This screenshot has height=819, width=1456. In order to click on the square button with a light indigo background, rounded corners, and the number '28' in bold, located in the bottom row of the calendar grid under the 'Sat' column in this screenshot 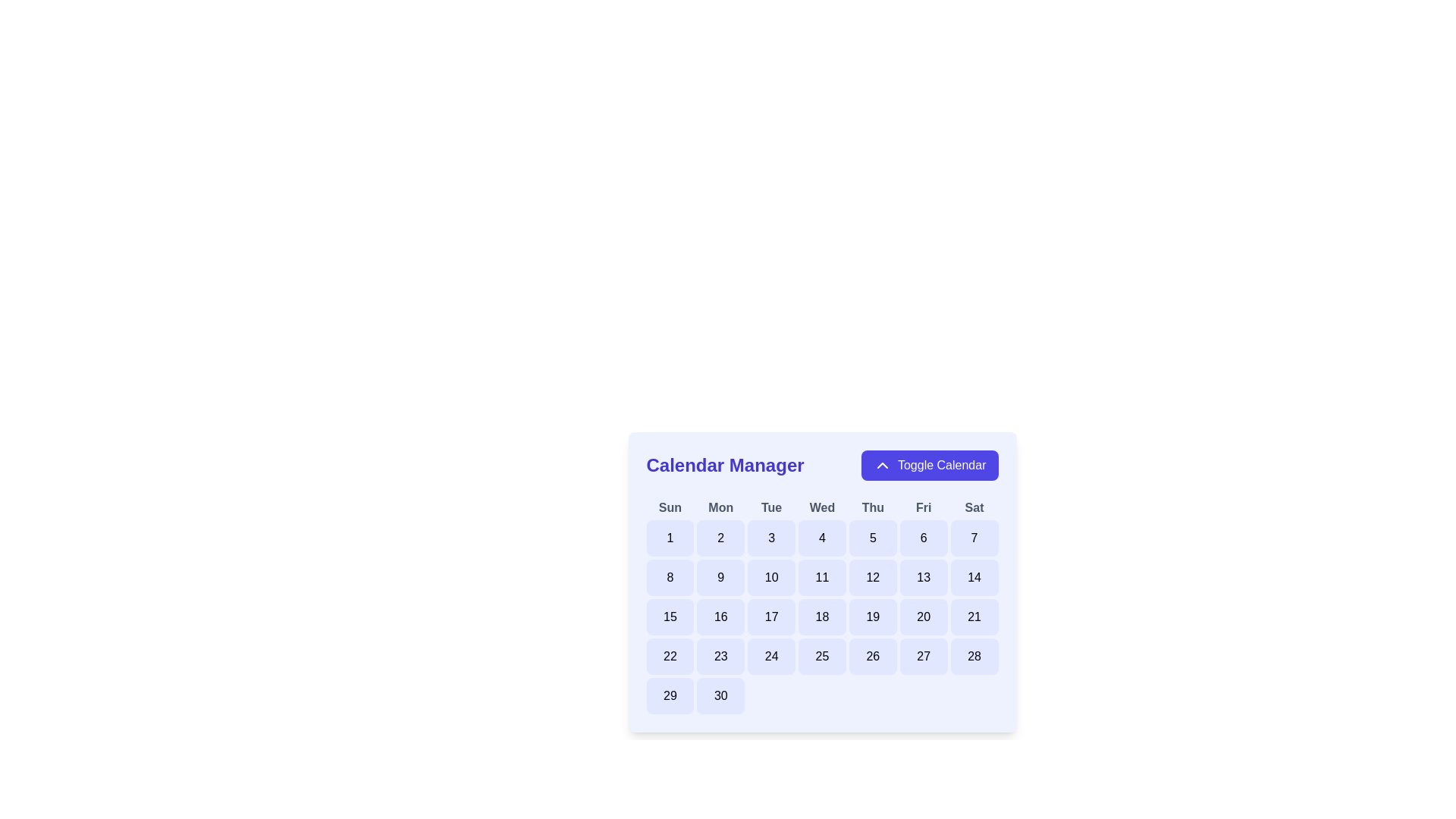, I will do `click(974, 656)`.